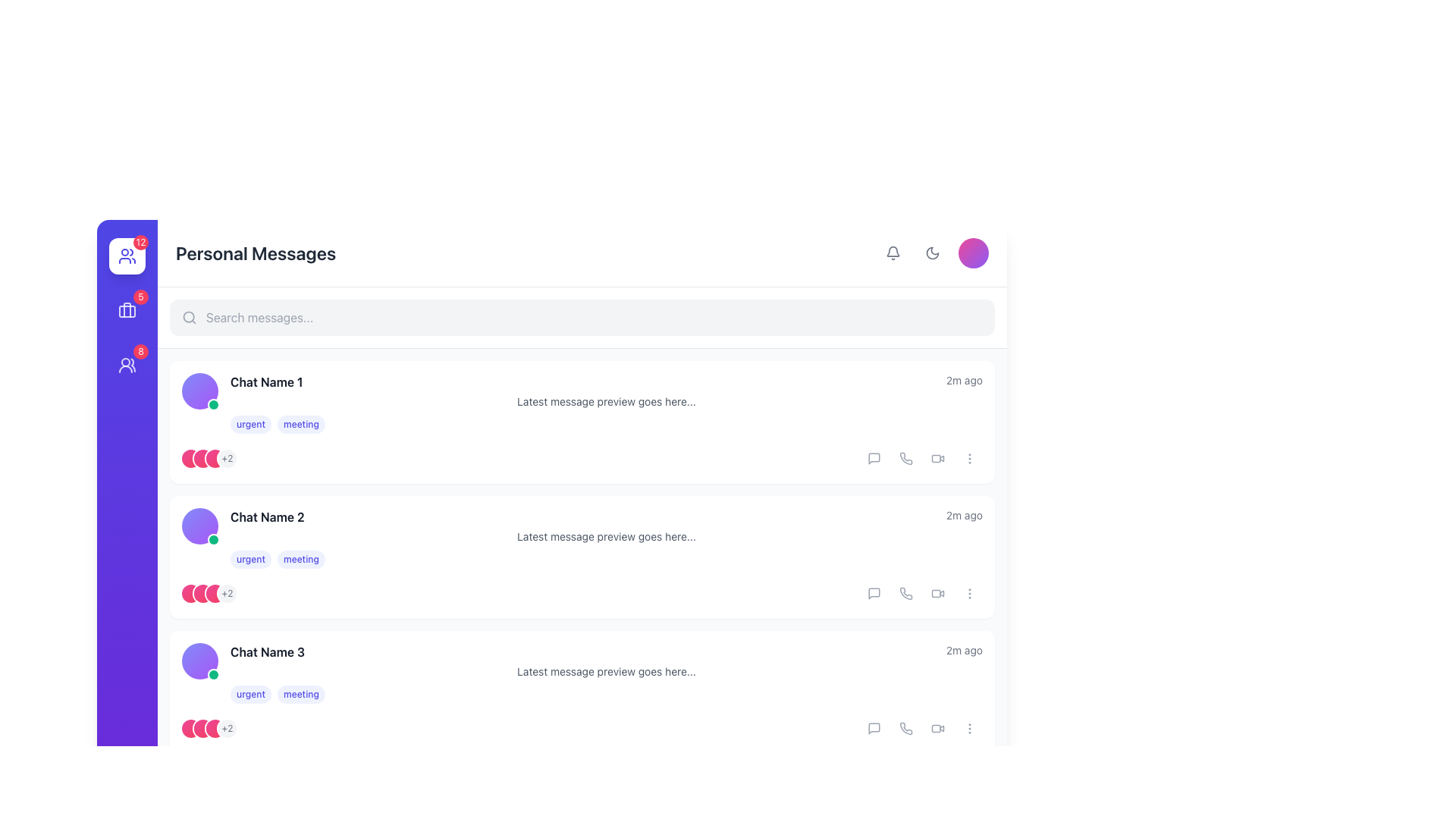  Describe the element at coordinates (906, 458) in the screenshot. I see `the phone icon in the chat user interface to initiate a call` at that location.